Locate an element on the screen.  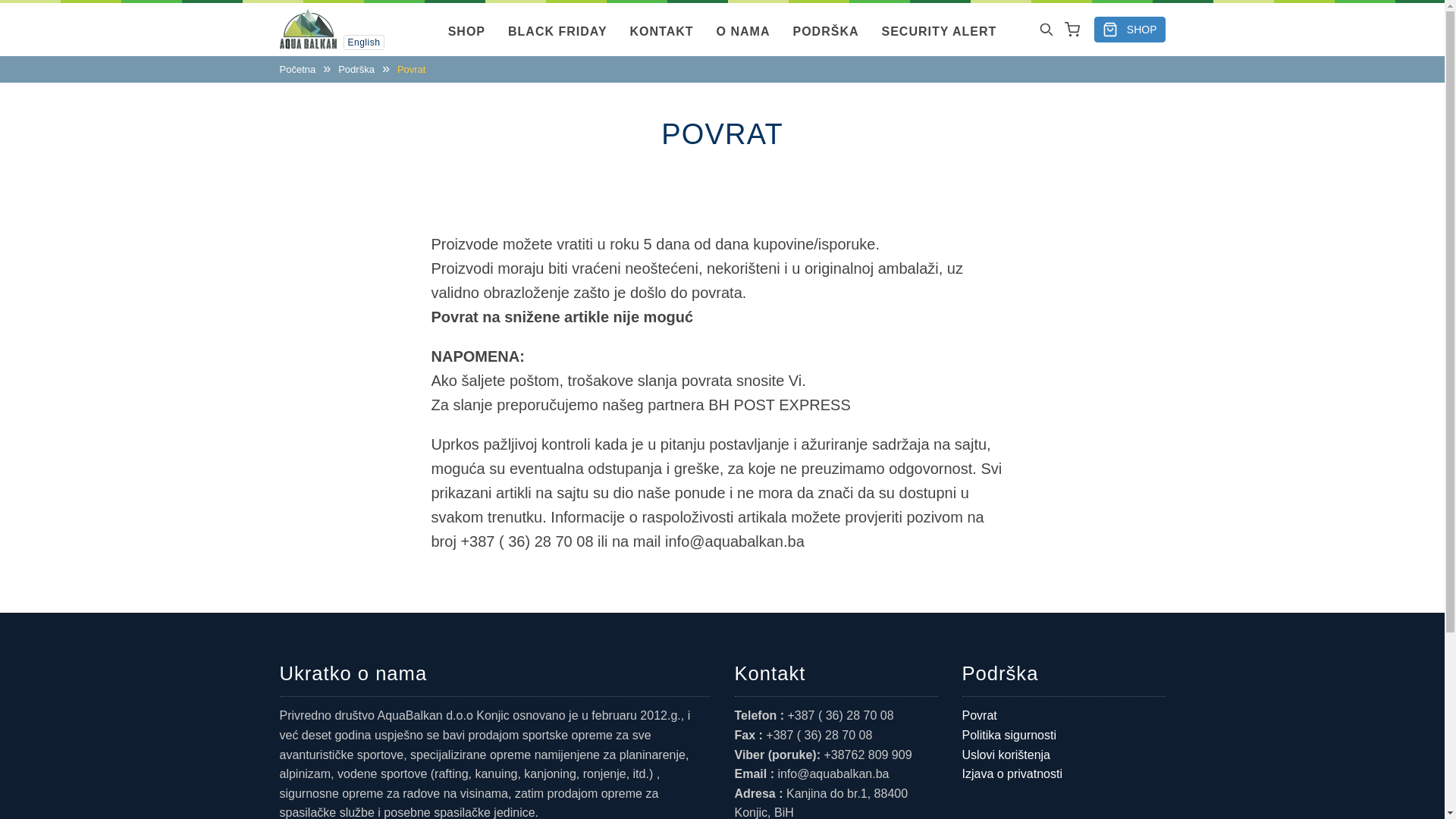
'English' is located at coordinates (341, 42).